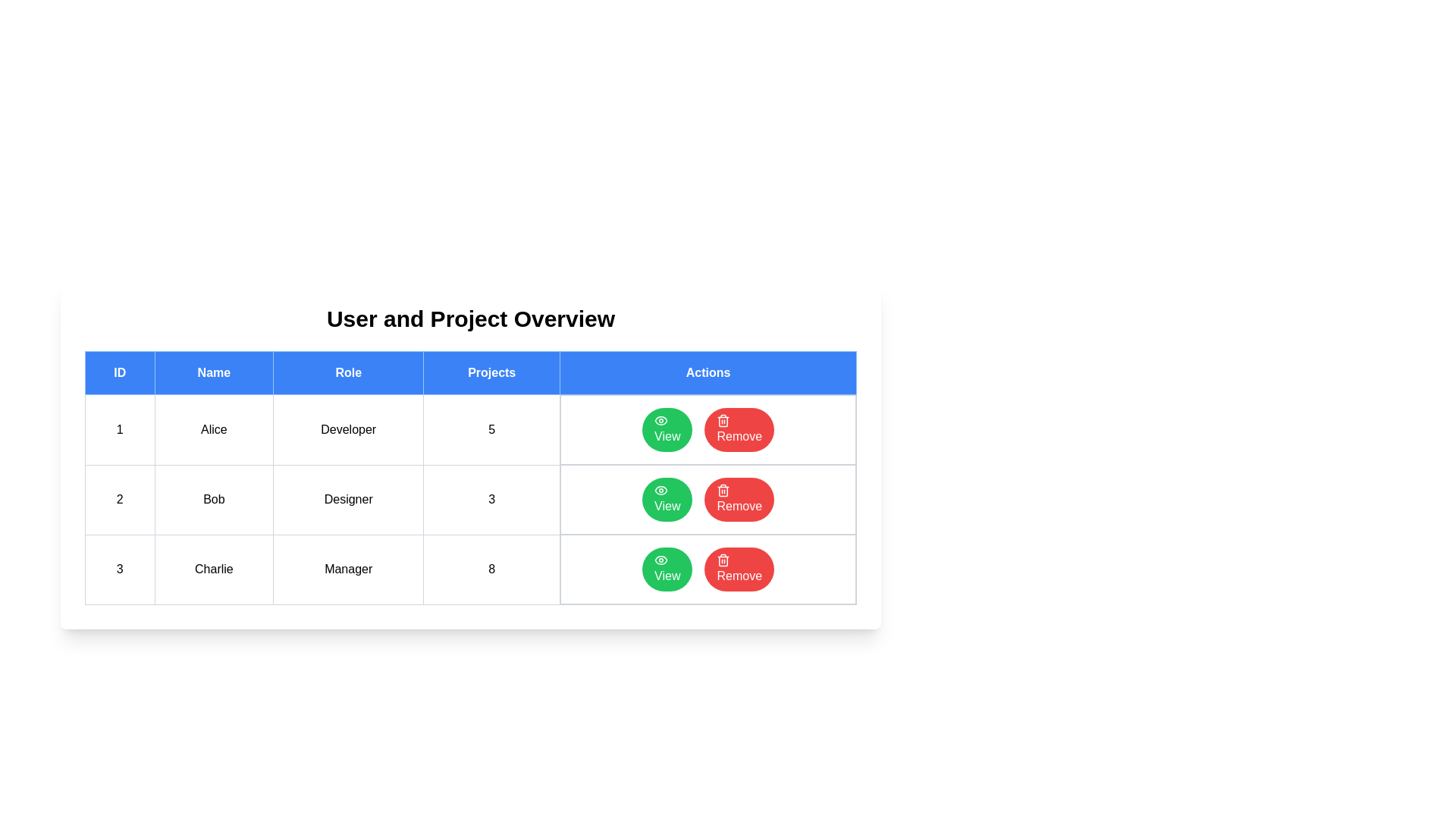 Image resolution: width=1456 pixels, height=819 pixels. I want to click on 'Remove' button for the user with ID 3, so click(739, 570).